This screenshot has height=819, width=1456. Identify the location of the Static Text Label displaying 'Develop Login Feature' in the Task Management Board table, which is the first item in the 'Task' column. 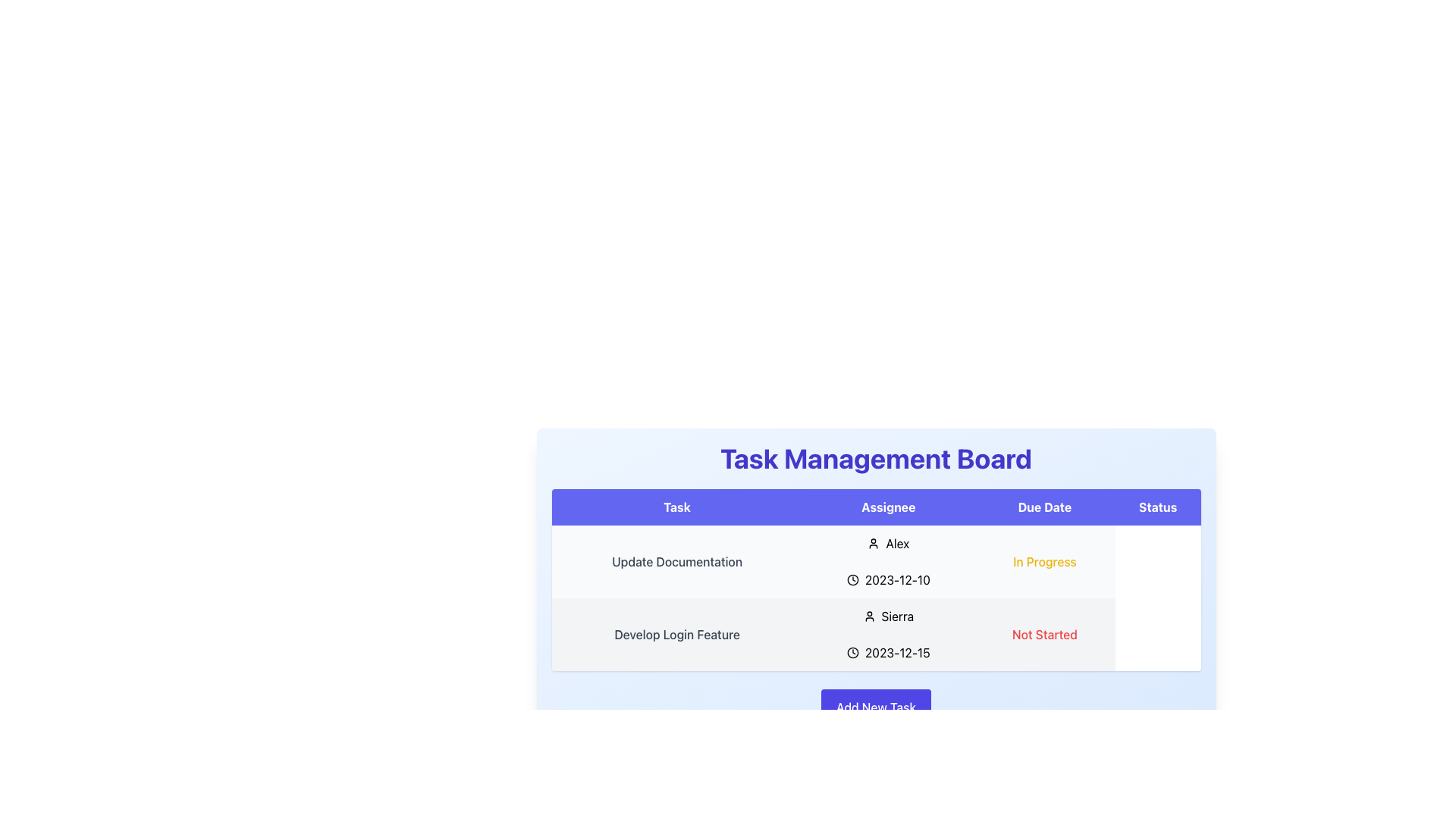
(676, 635).